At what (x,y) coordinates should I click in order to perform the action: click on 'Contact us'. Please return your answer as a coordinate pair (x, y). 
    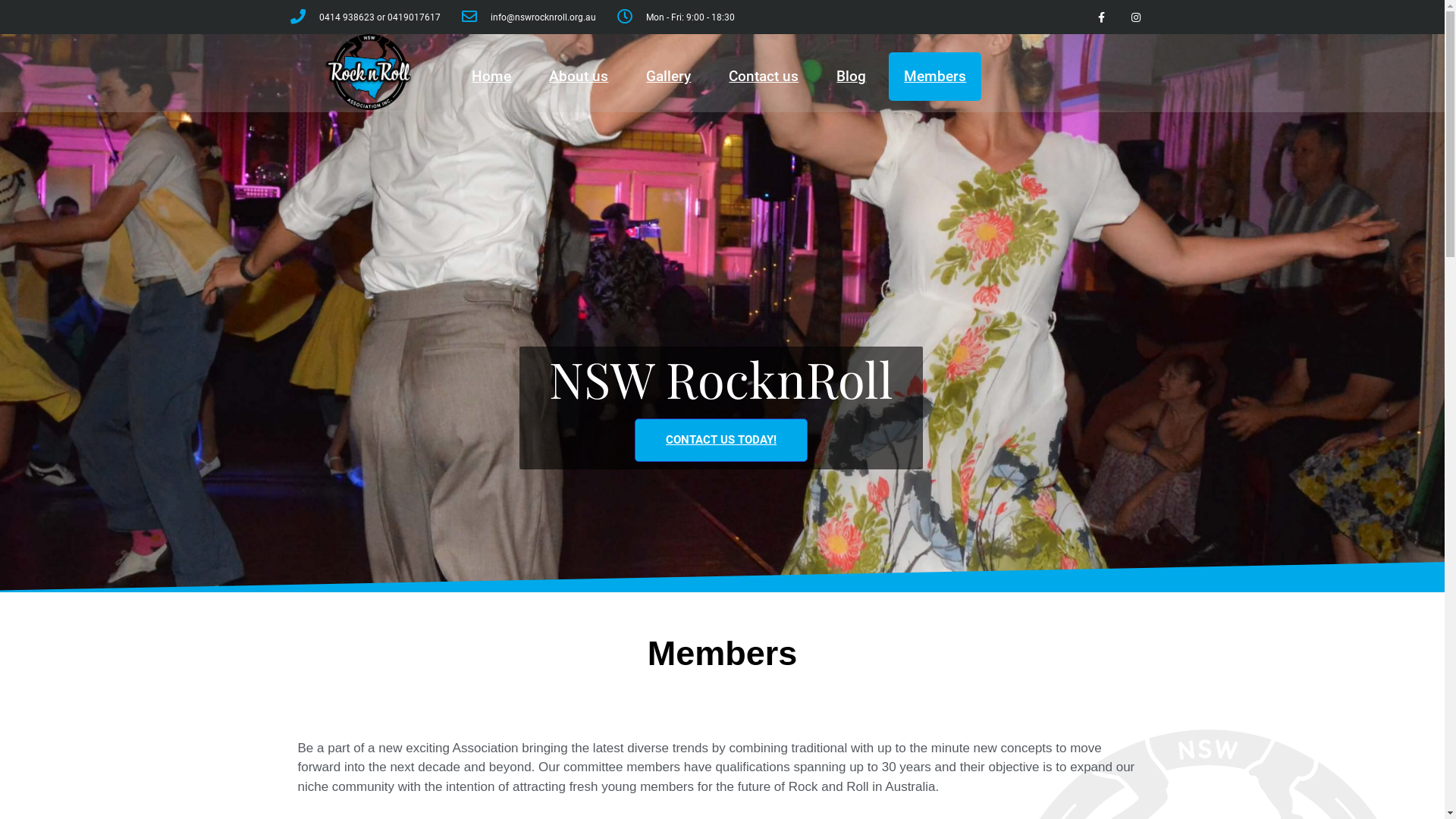
    Looking at the image, I should click on (764, 76).